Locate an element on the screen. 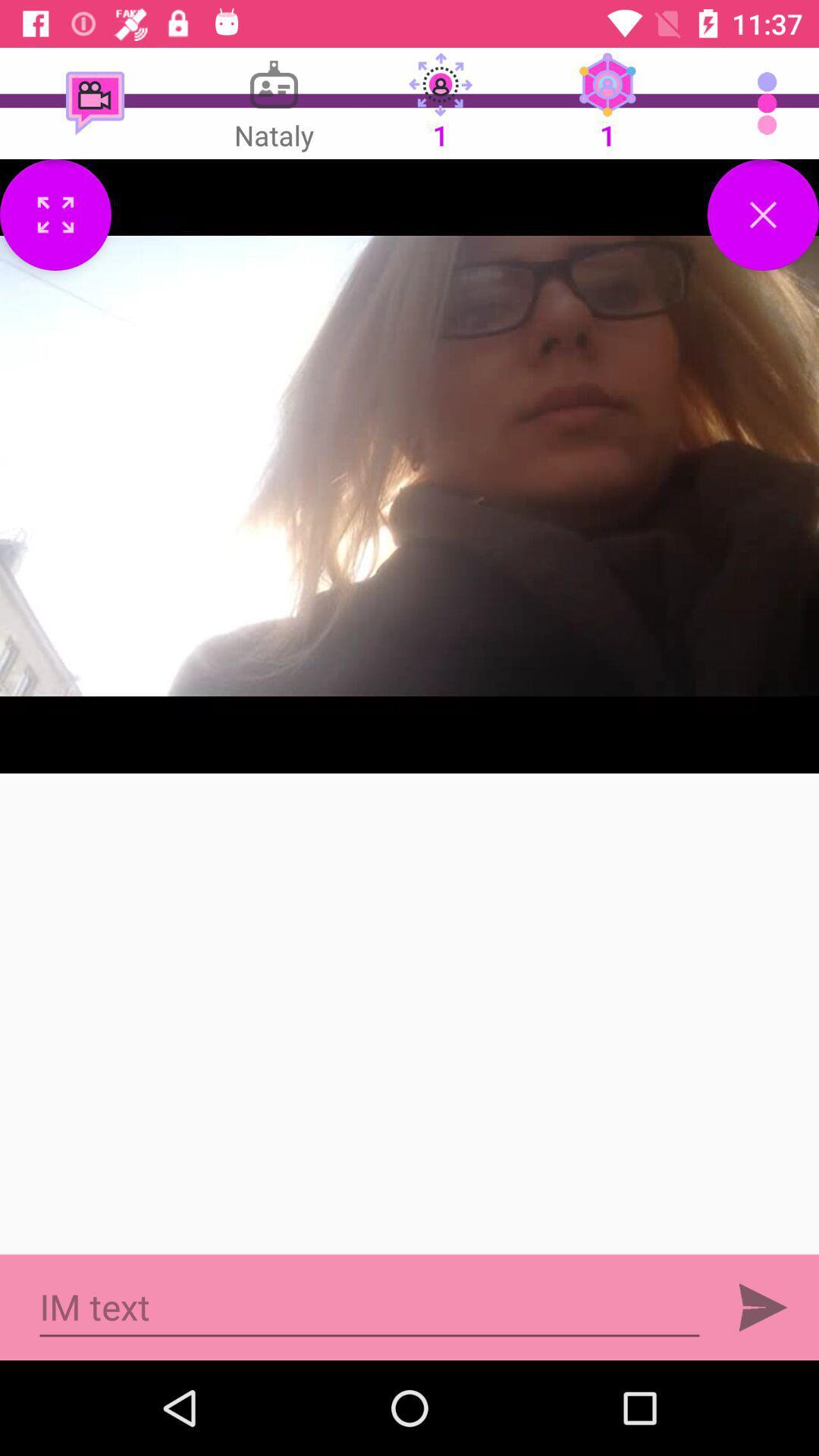  space to enter text is located at coordinates (369, 1307).